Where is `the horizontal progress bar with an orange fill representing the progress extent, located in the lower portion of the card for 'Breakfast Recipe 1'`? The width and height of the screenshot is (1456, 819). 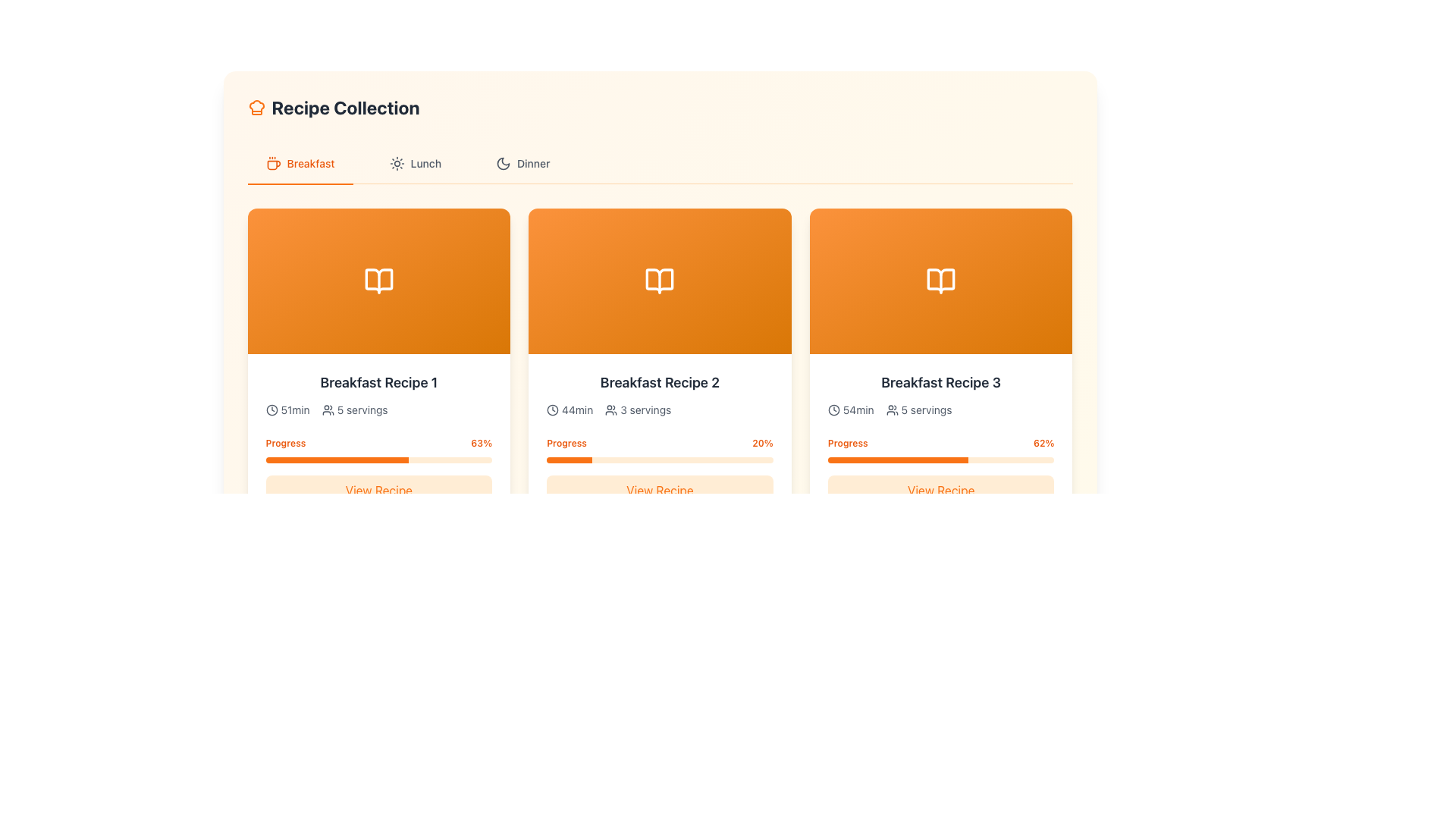 the horizontal progress bar with an orange fill representing the progress extent, located in the lower portion of the card for 'Breakfast Recipe 1' is located at coordinates (336, 459).